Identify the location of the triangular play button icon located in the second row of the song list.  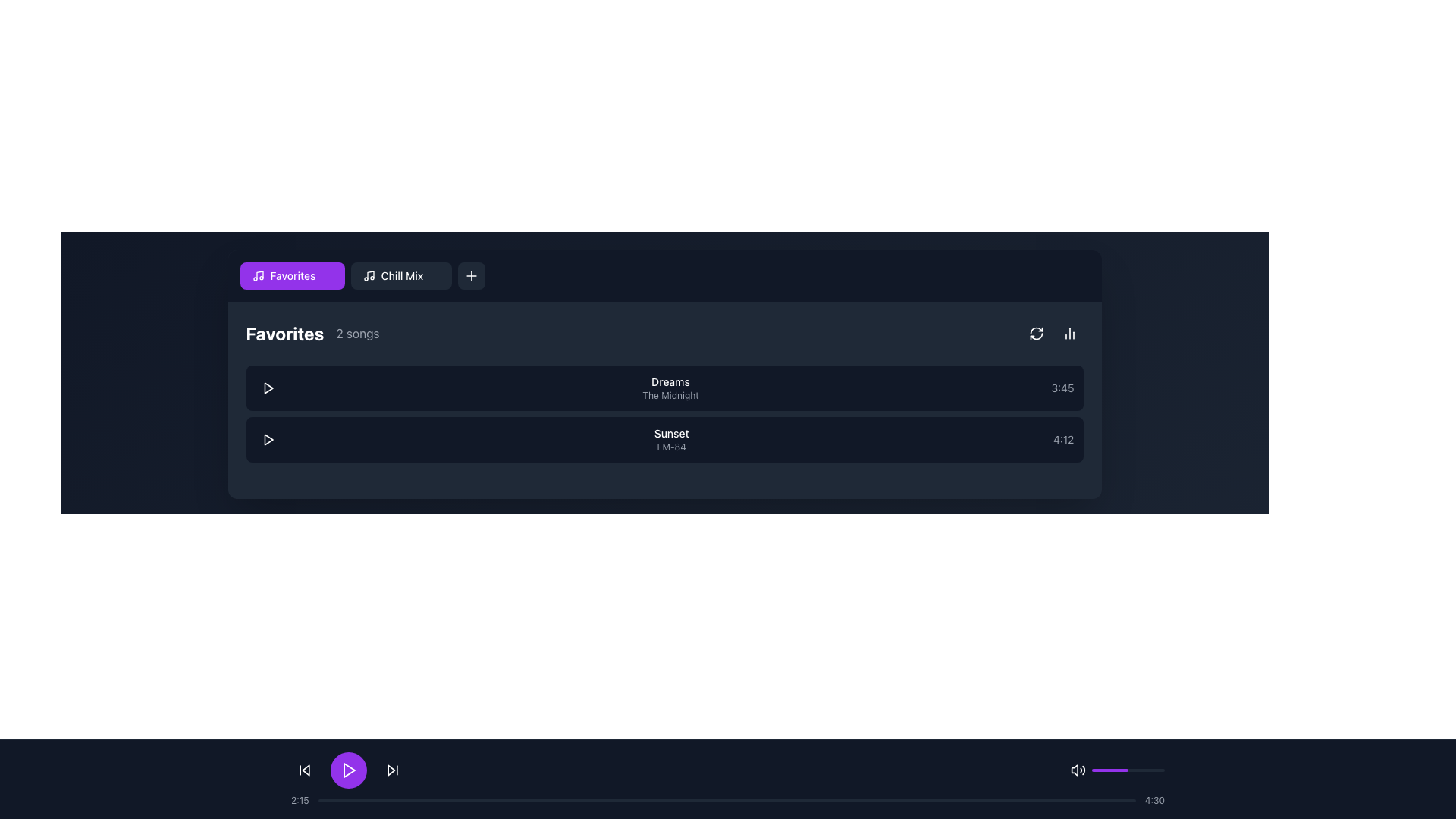
(268, 388).